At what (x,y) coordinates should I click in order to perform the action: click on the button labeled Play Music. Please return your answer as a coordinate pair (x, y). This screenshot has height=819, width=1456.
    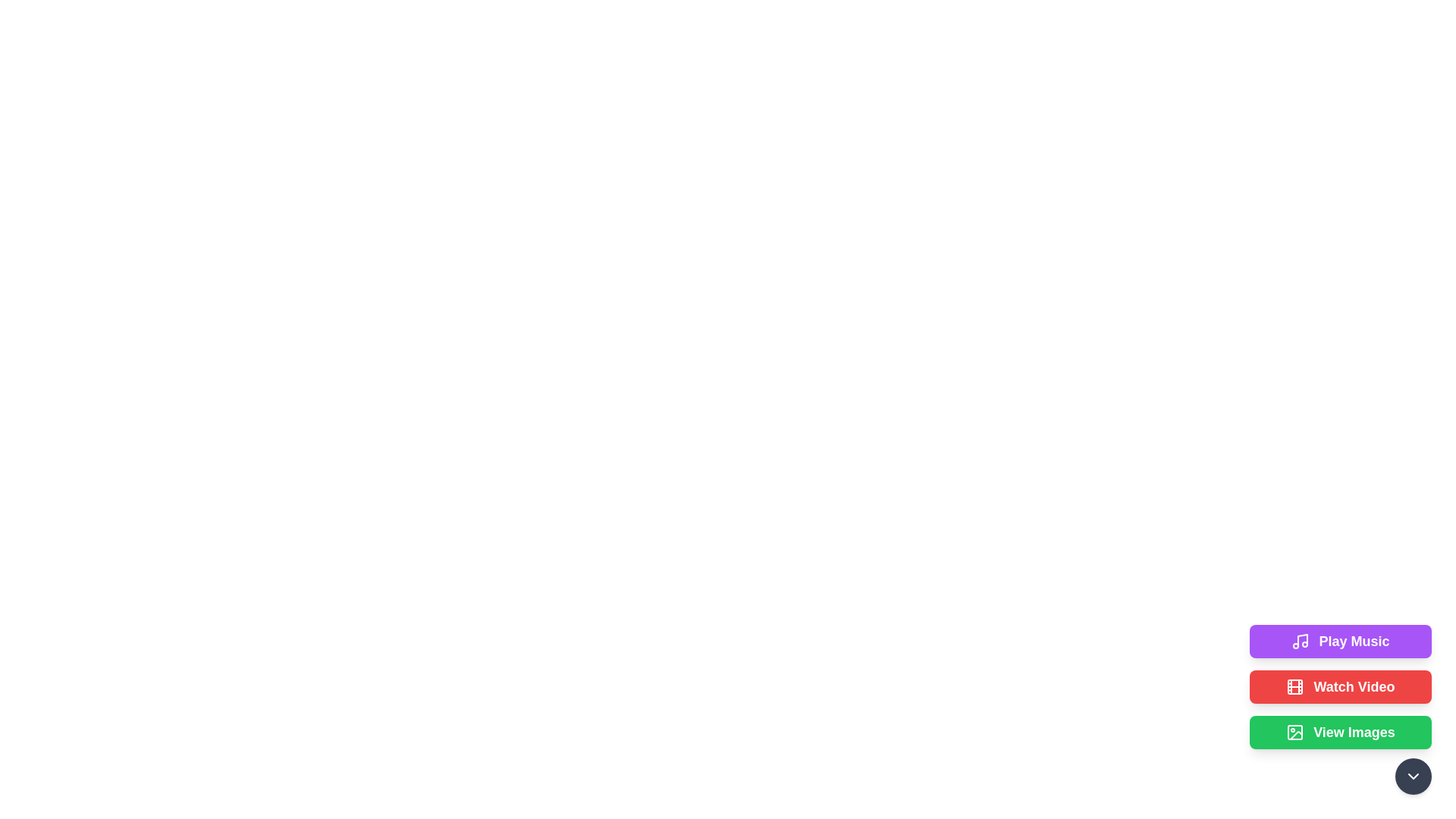
    Looking at the image, I should click on (1340, 641).